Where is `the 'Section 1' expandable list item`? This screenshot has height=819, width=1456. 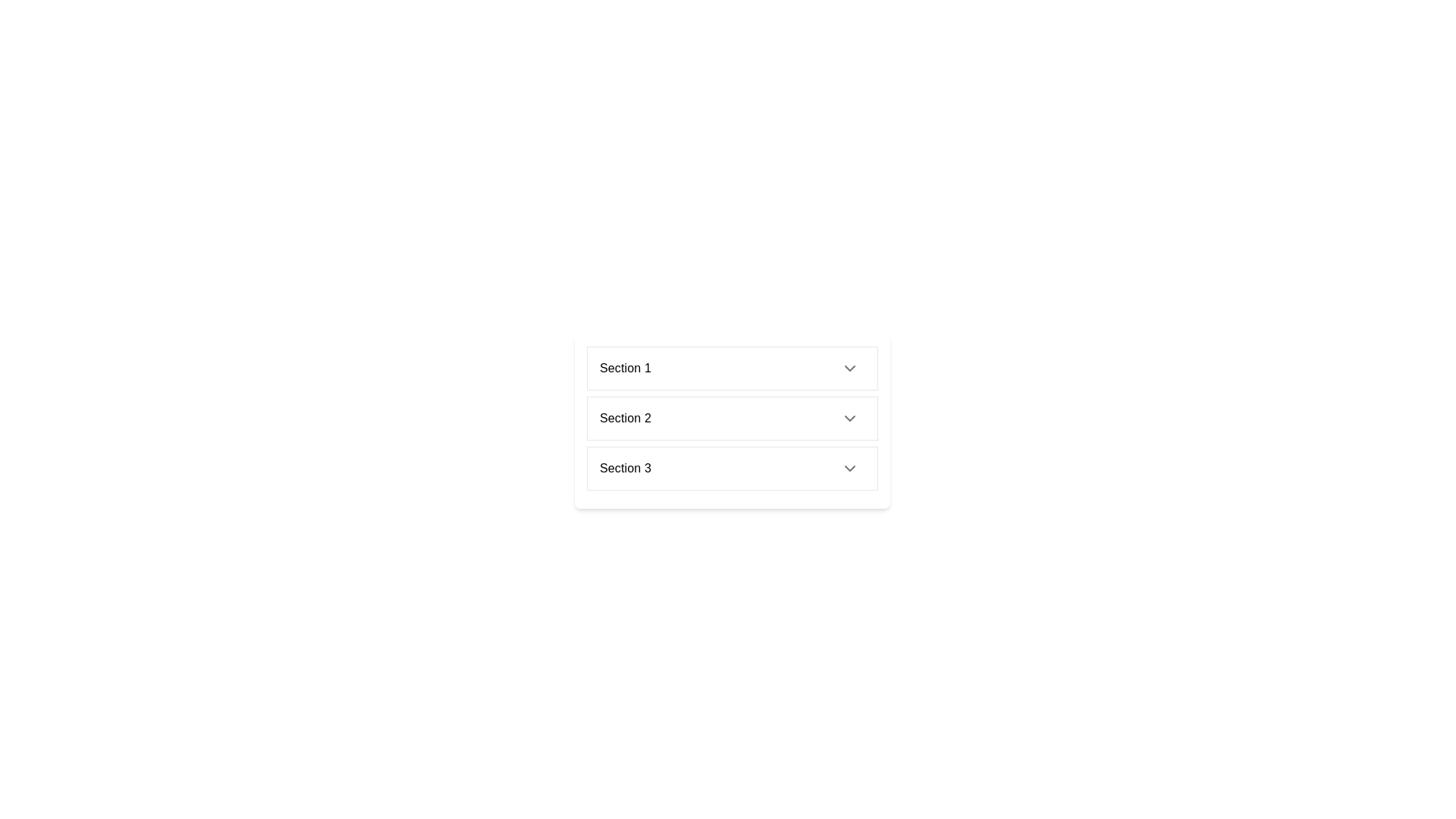
the 'Section 1' expandable list item is located at coordinates (732, 371).